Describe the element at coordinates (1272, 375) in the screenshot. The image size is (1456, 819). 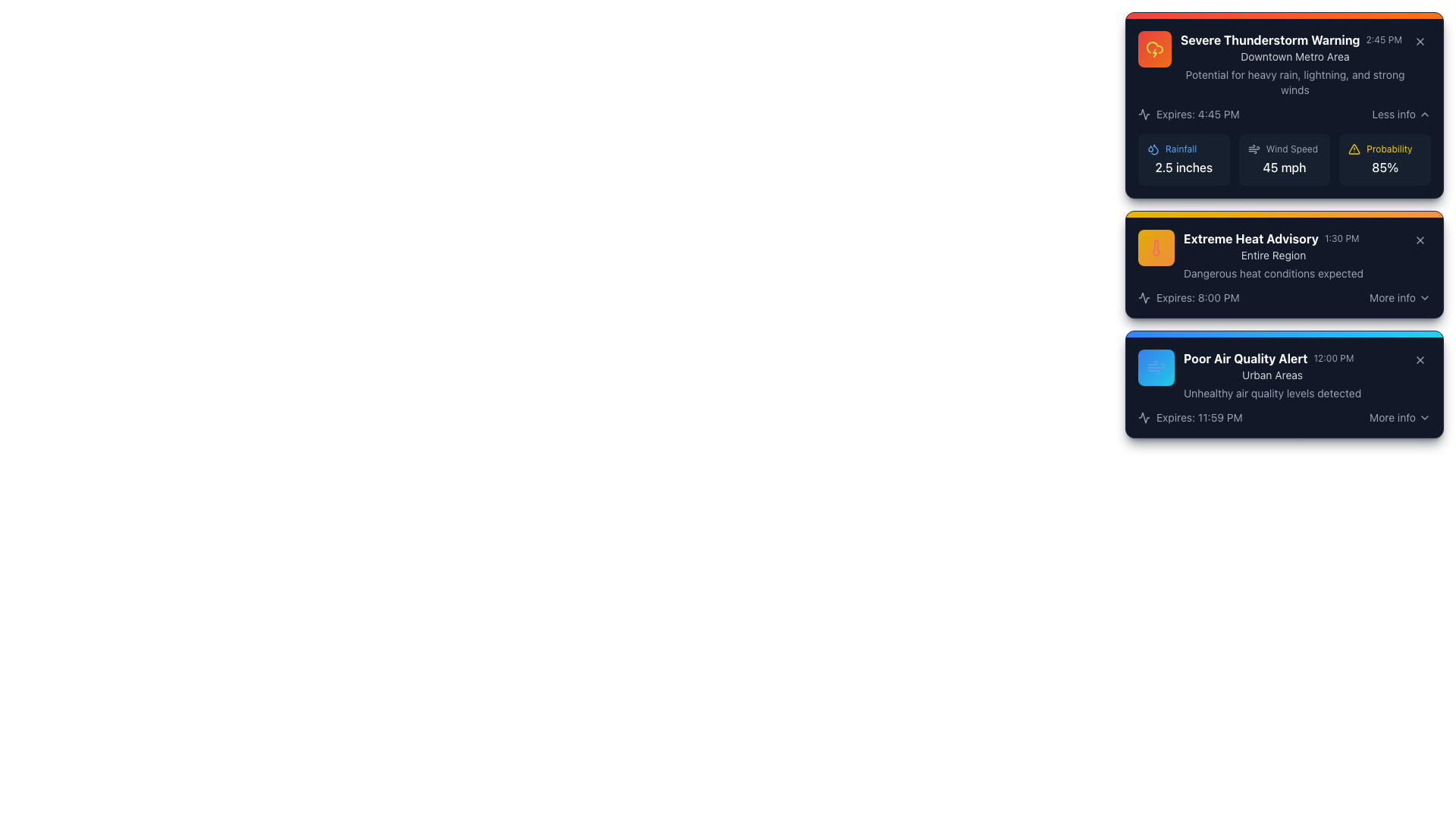
I see `the text label displaying 'Urban Areas' which is located beneath the title 'Poor Air Quality Alert' and the timestamp '12:00 PM' within the third card of a vertical list` at that location.